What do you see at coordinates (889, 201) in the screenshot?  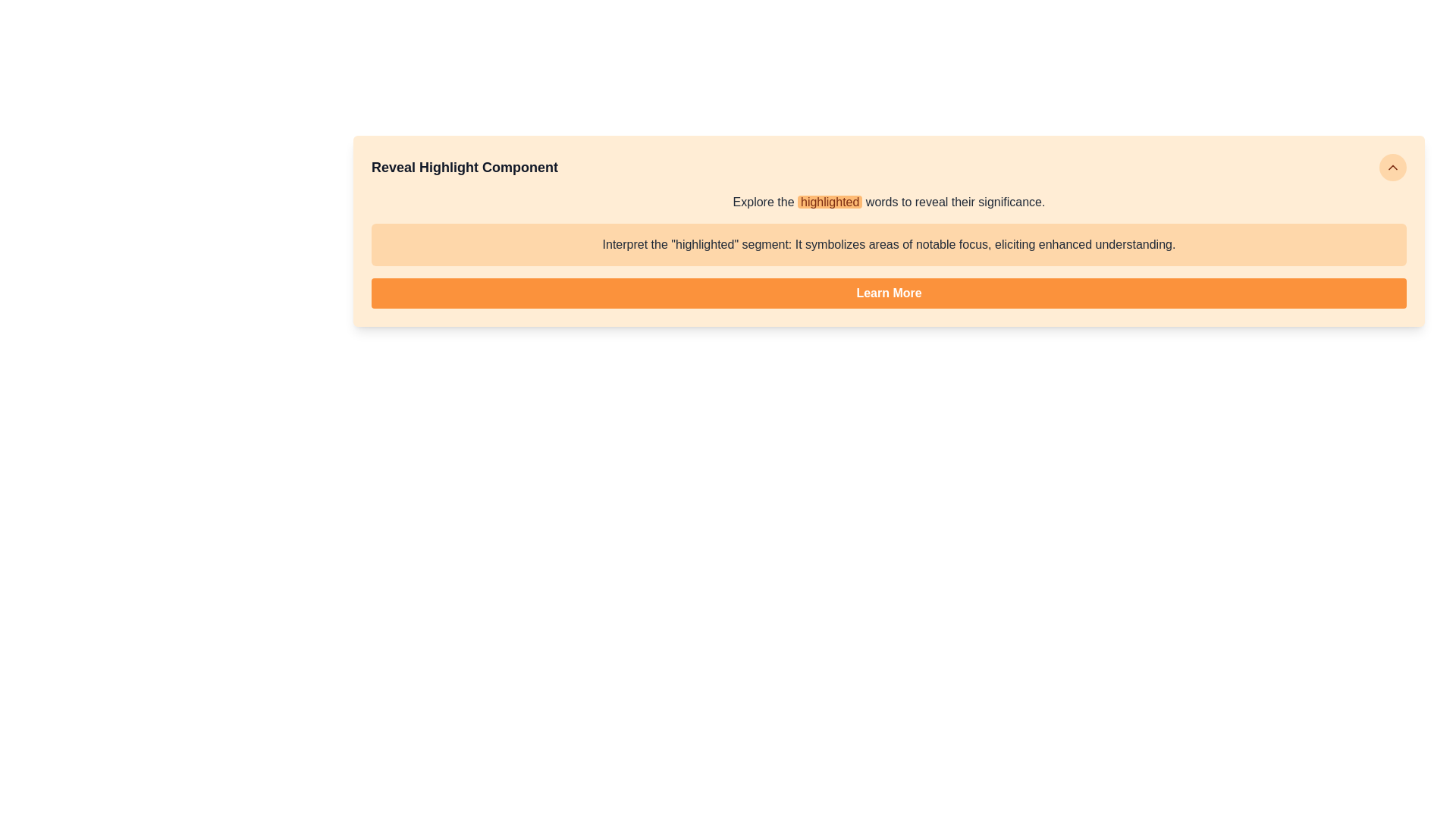 I see `the centrally positioned Text label that conveys instructions or information, located below the title 'Reveal Highlight Component' and above the description 'Interpret the highlighted segment.'` at bounding box center [889, 201].